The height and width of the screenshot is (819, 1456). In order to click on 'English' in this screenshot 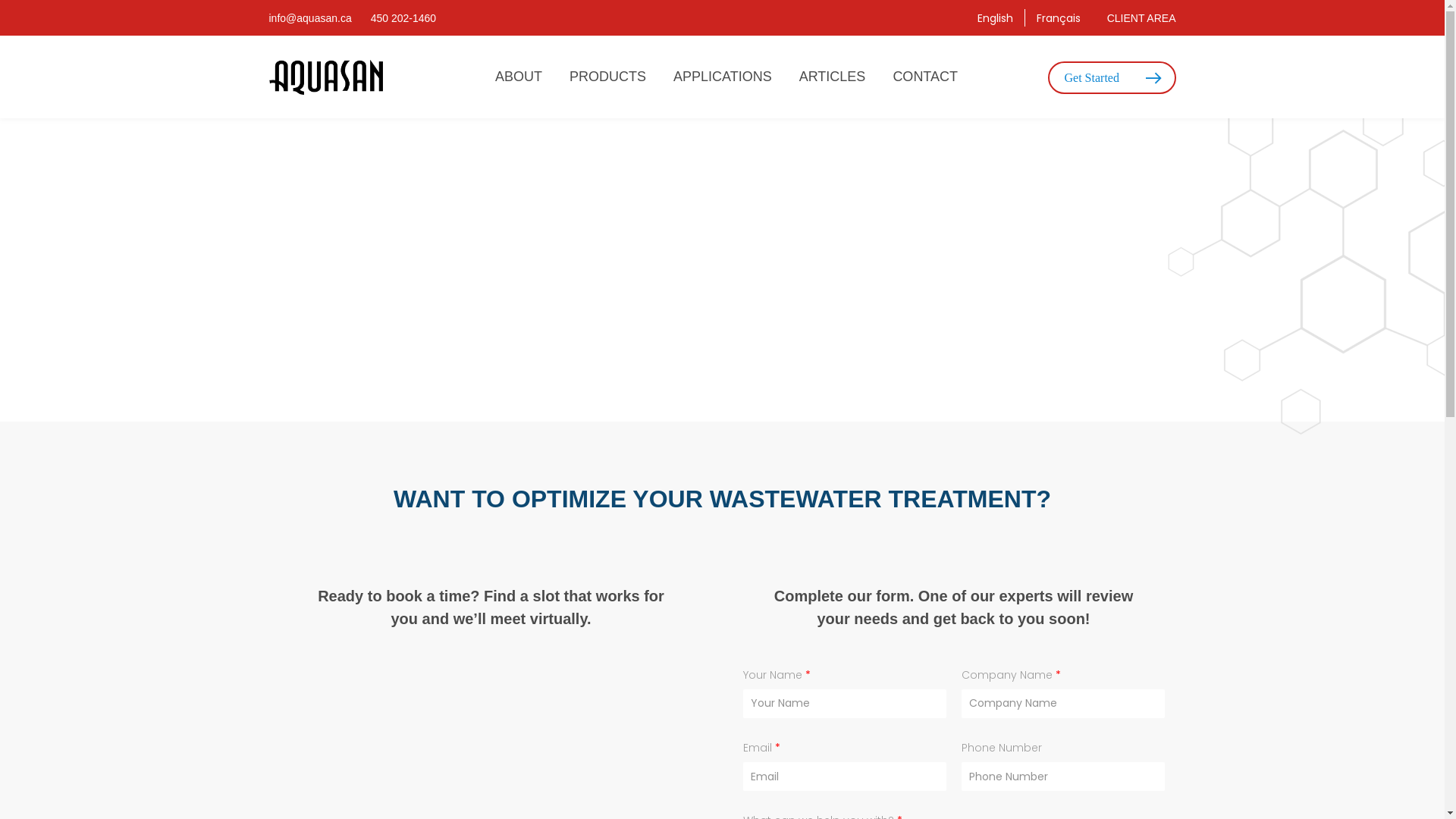, I will do `click(995, 17)`.